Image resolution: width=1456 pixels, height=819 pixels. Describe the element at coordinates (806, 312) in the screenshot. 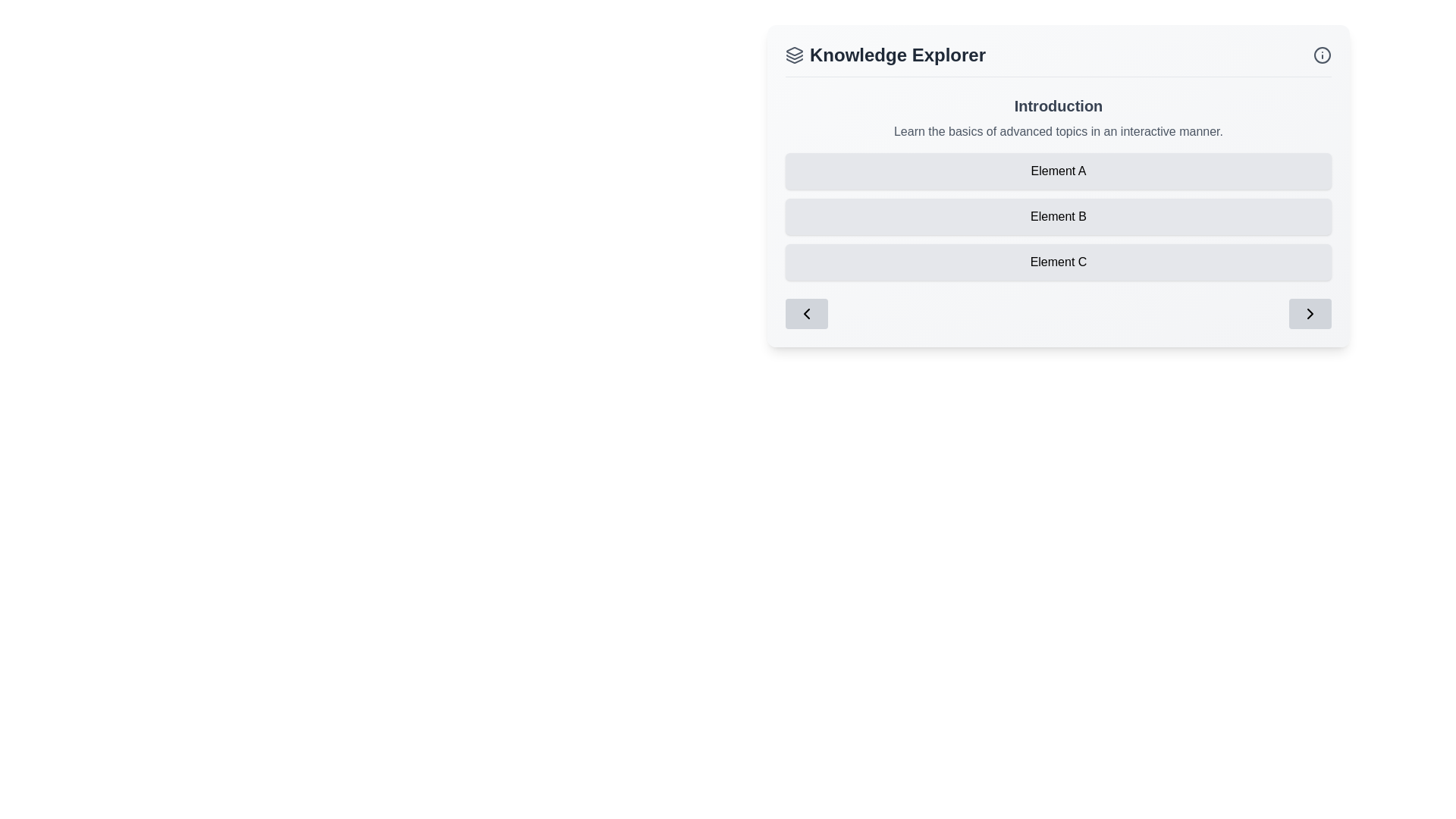

I see `the 'back' icon located at the bottom-left corner of the 'Knowledge Explorer' panel` at that location.